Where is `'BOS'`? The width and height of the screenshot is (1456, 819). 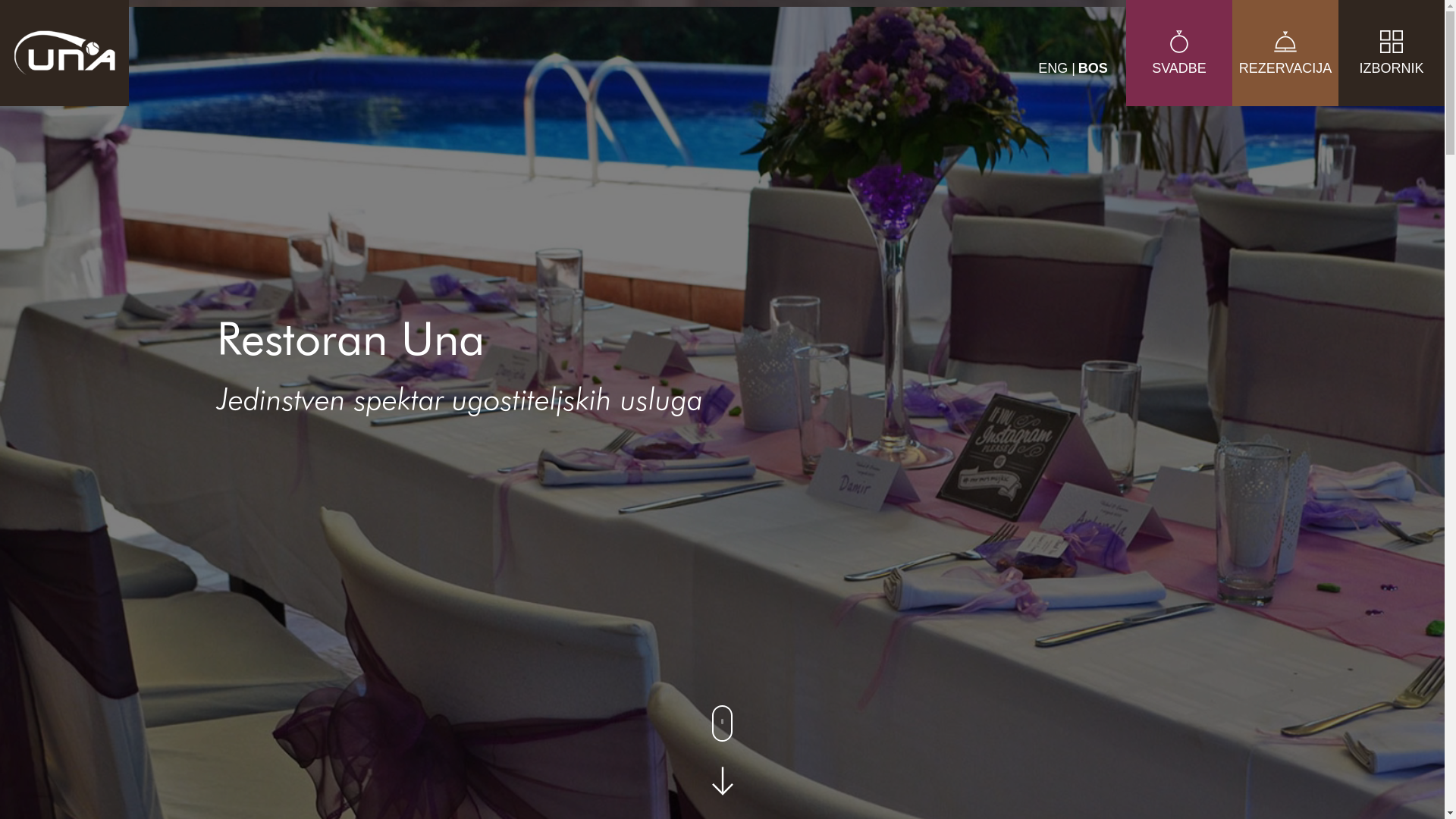
'BOS' is located at coordinates (1093, 67).